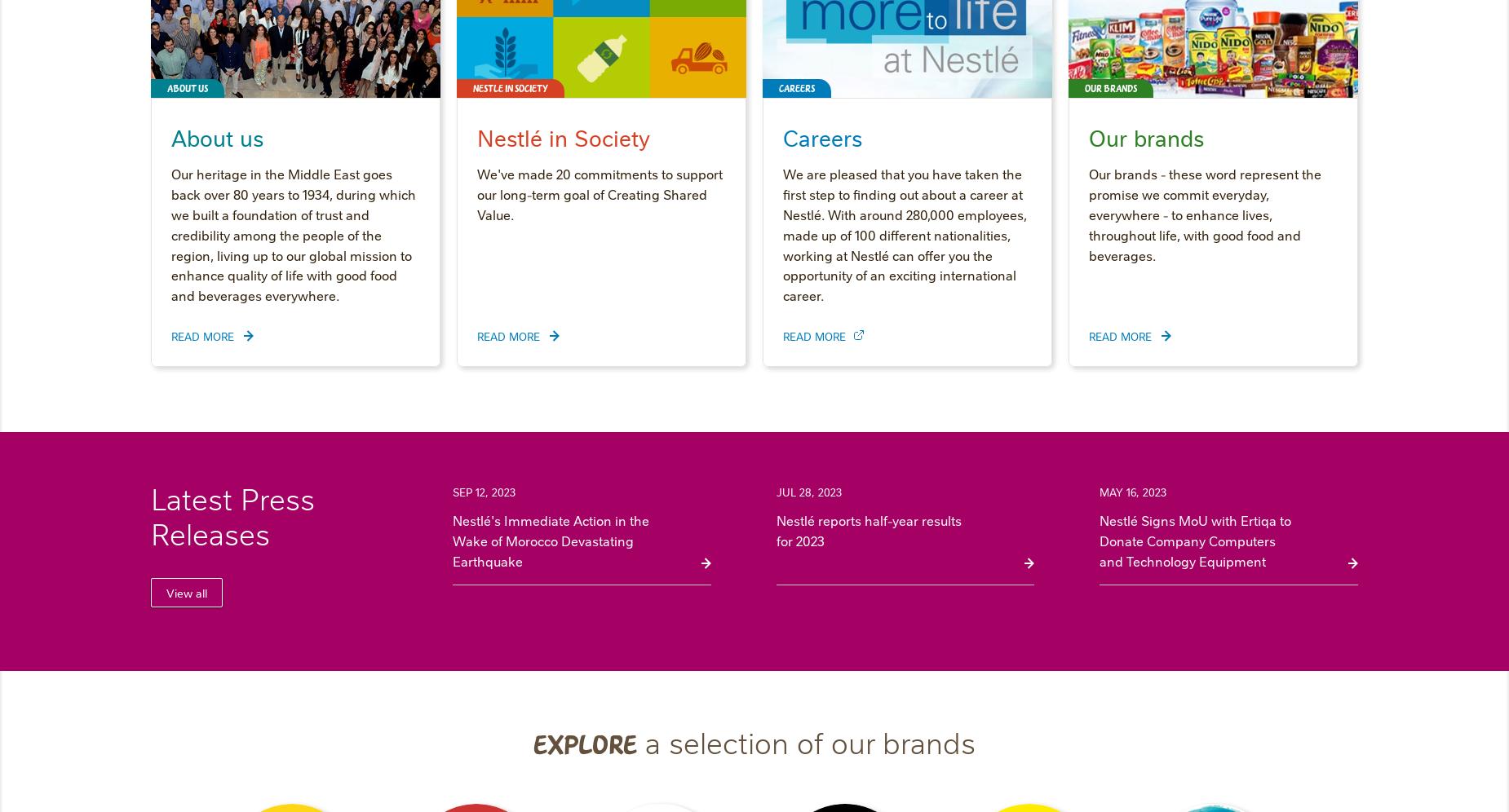 The image size is (1509, 812). Describe the element at coordinates (232, 514) in the screenshot. I see `'Latest Press Releases'` at that location.